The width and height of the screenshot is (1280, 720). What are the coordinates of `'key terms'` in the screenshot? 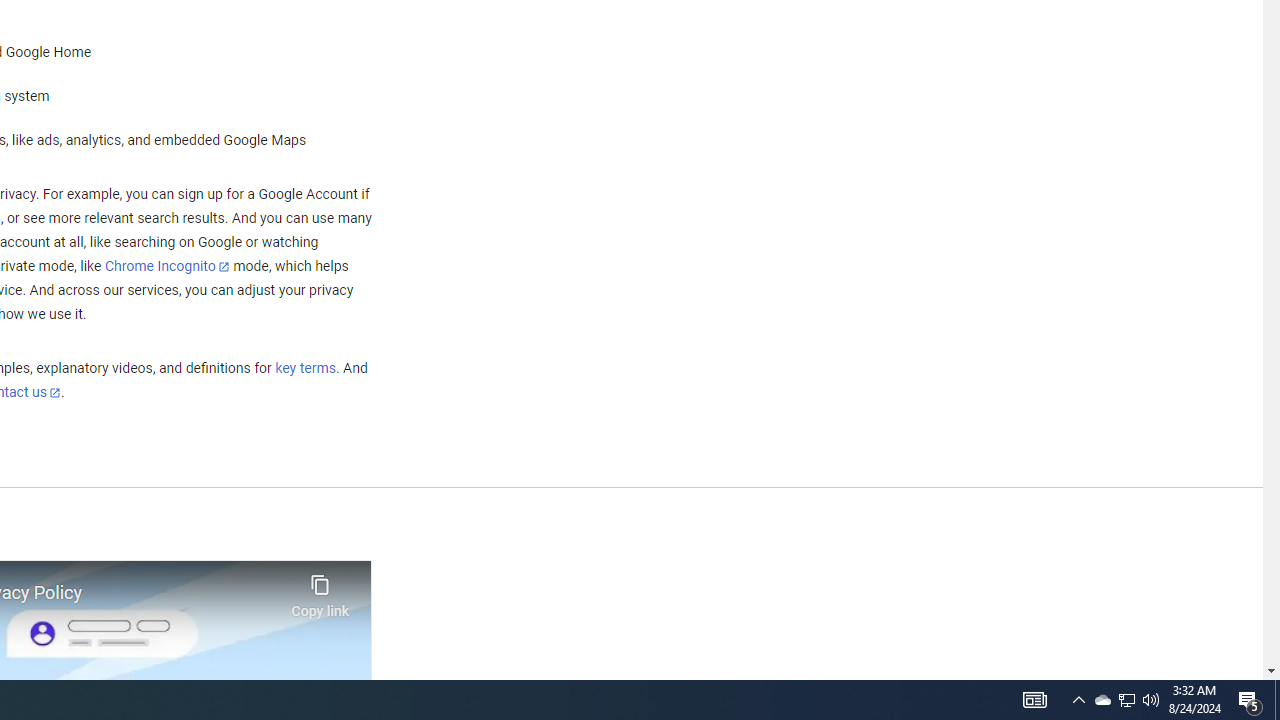 It's located at (304, 368).